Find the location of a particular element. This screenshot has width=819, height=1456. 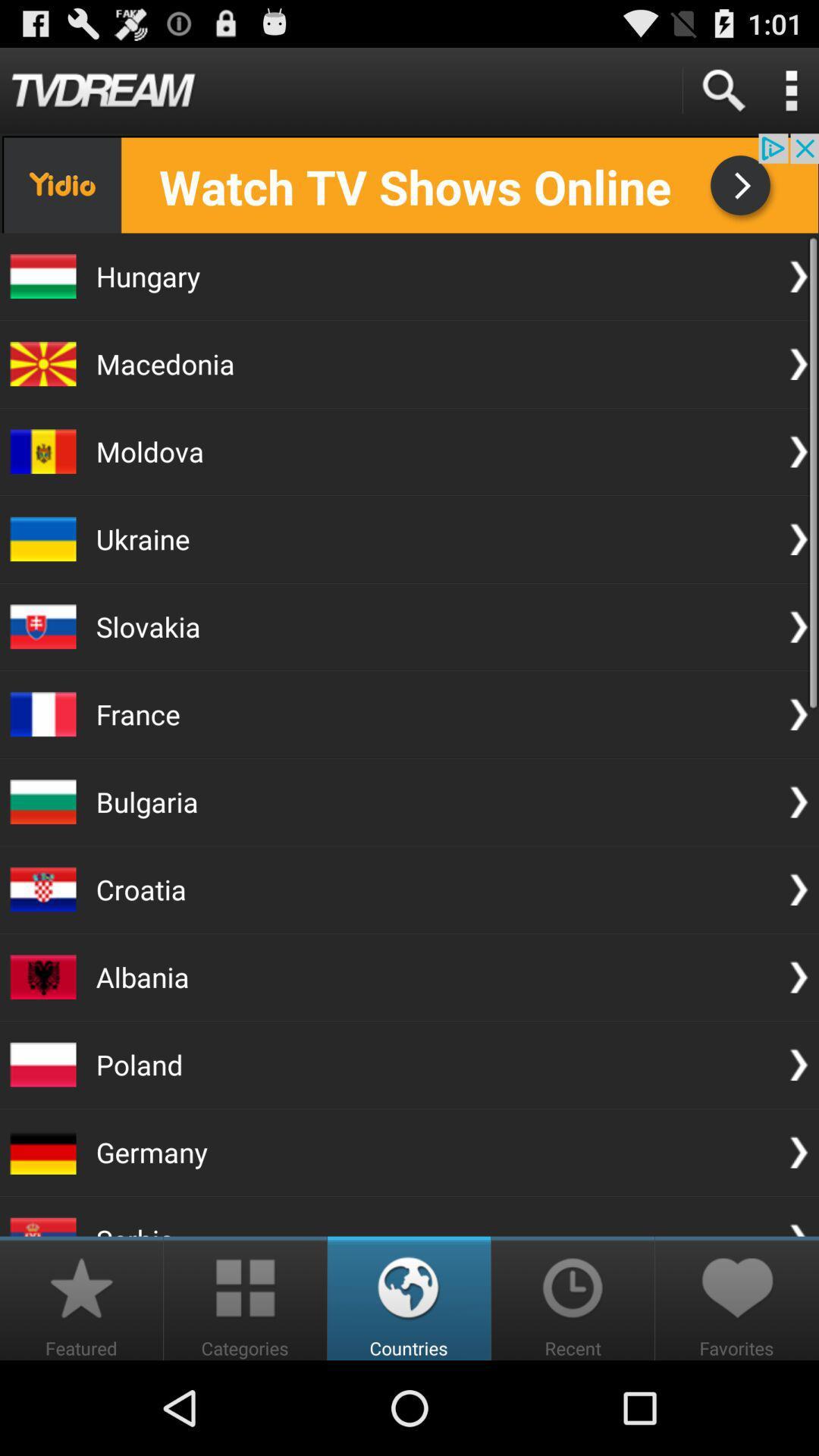

the search icon is located at coordinates (722, 96).